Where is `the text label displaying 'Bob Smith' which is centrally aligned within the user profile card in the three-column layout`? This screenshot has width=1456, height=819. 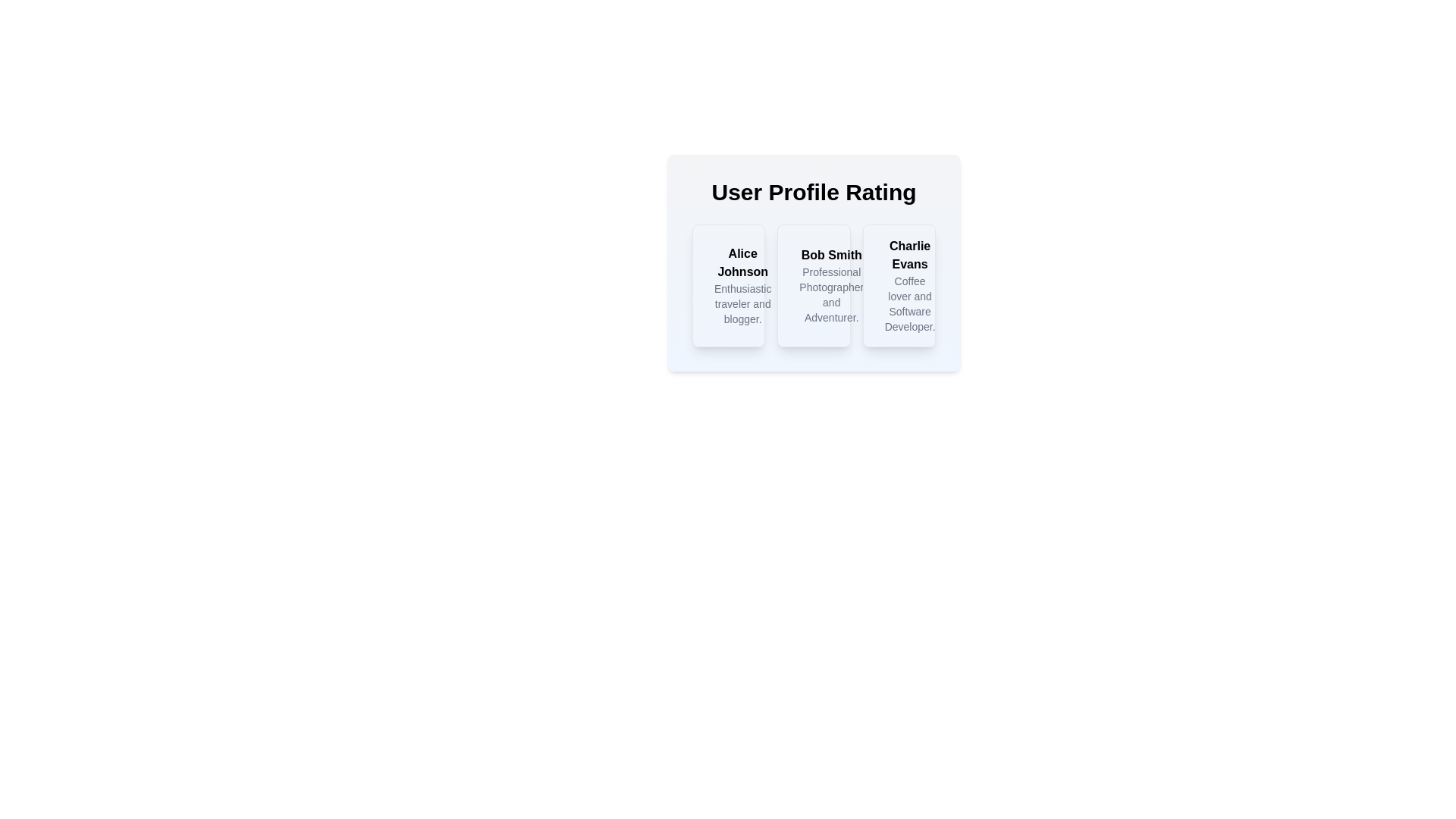 the text label displaying 'Bob Smith' which is centrally aligned within the user profile card in the three-column layout is located at coordinates (830, 254).